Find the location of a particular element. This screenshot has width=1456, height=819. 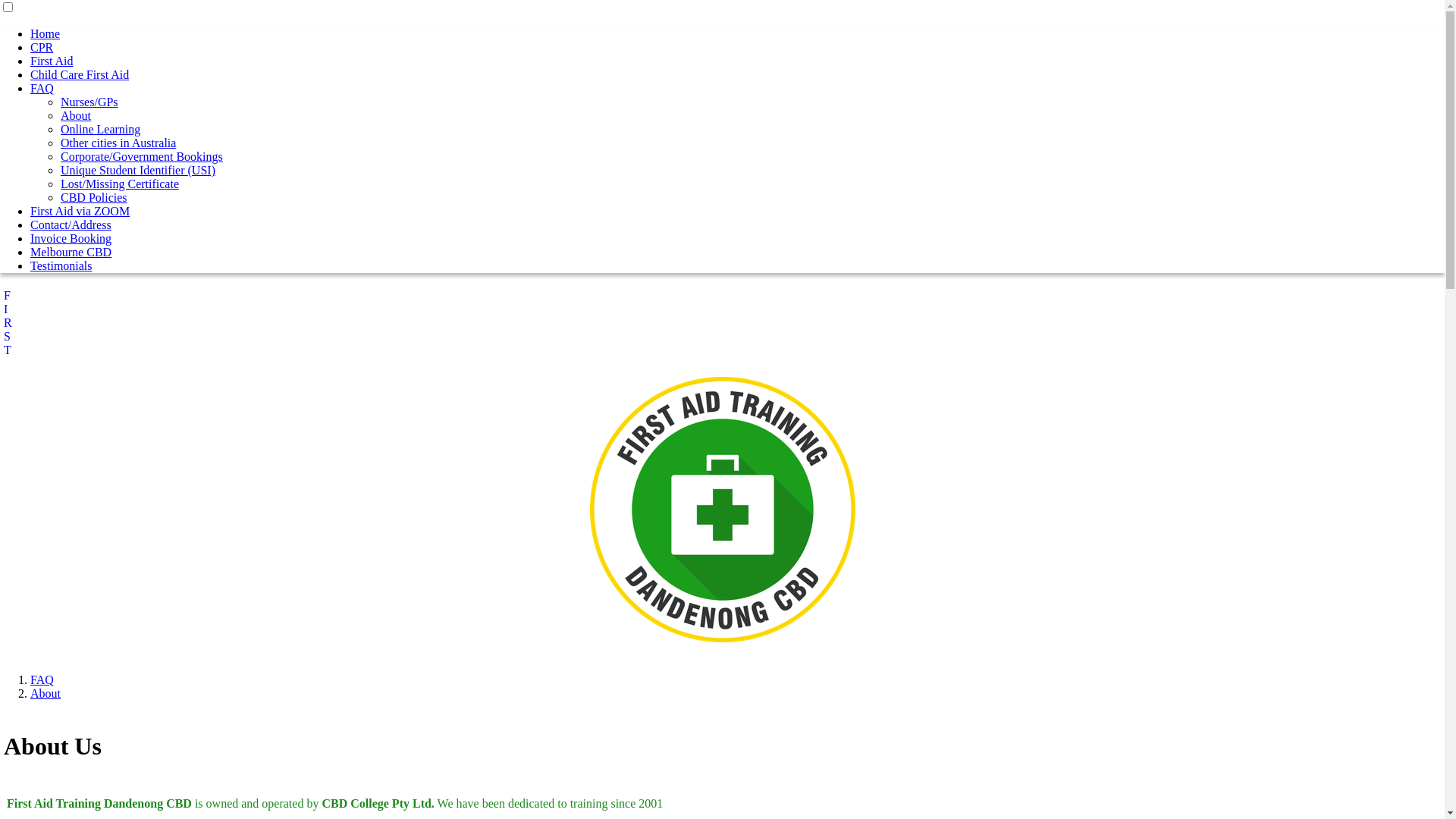

'Home' is located at coordinates (45, 33).